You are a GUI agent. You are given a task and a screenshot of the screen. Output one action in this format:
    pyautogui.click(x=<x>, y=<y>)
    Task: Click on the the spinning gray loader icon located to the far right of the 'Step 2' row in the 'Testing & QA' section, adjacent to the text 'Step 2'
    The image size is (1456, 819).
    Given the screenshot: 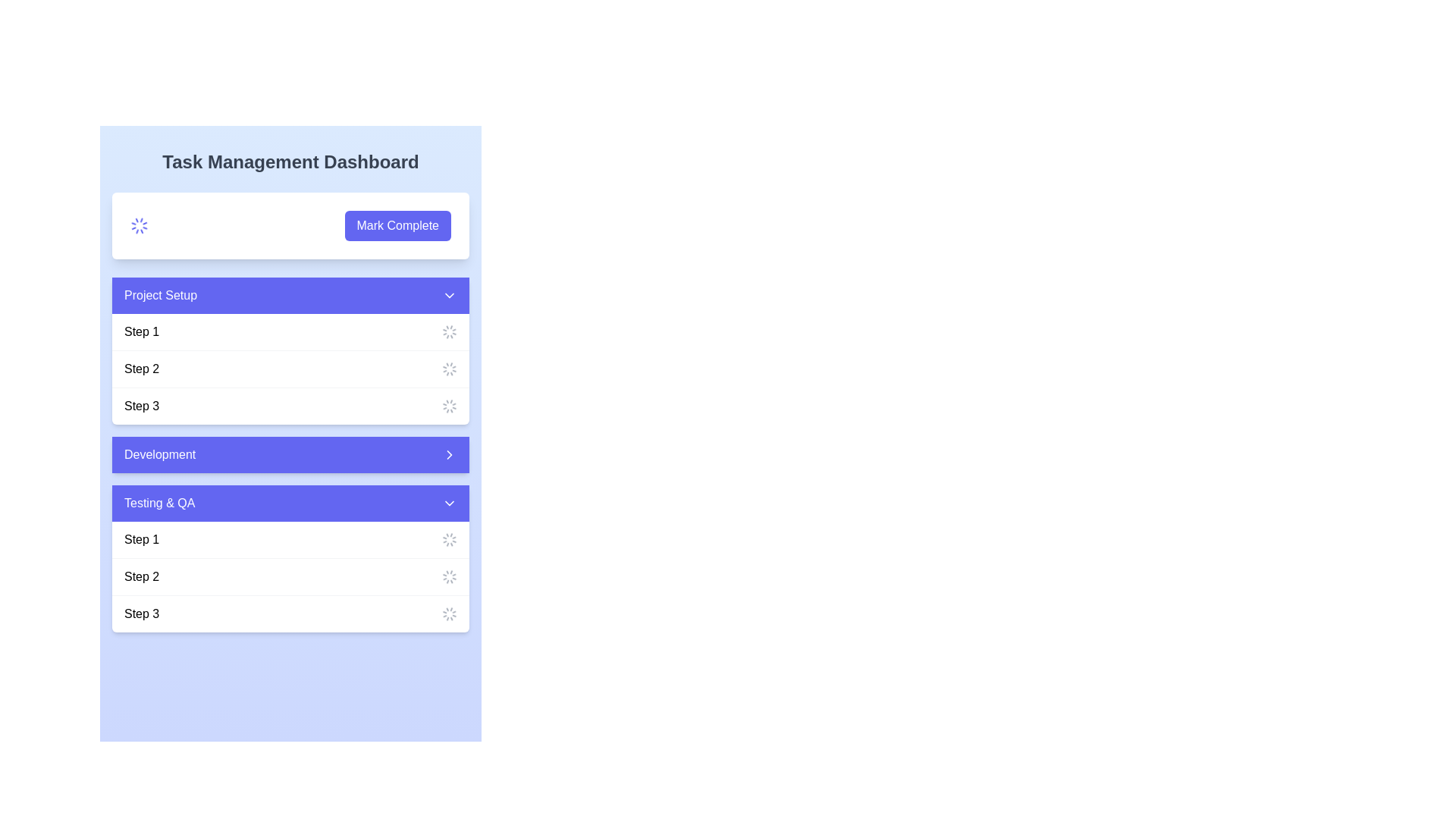 What is the action you would take?
    pyautogui.click(x=449, y=576)
    